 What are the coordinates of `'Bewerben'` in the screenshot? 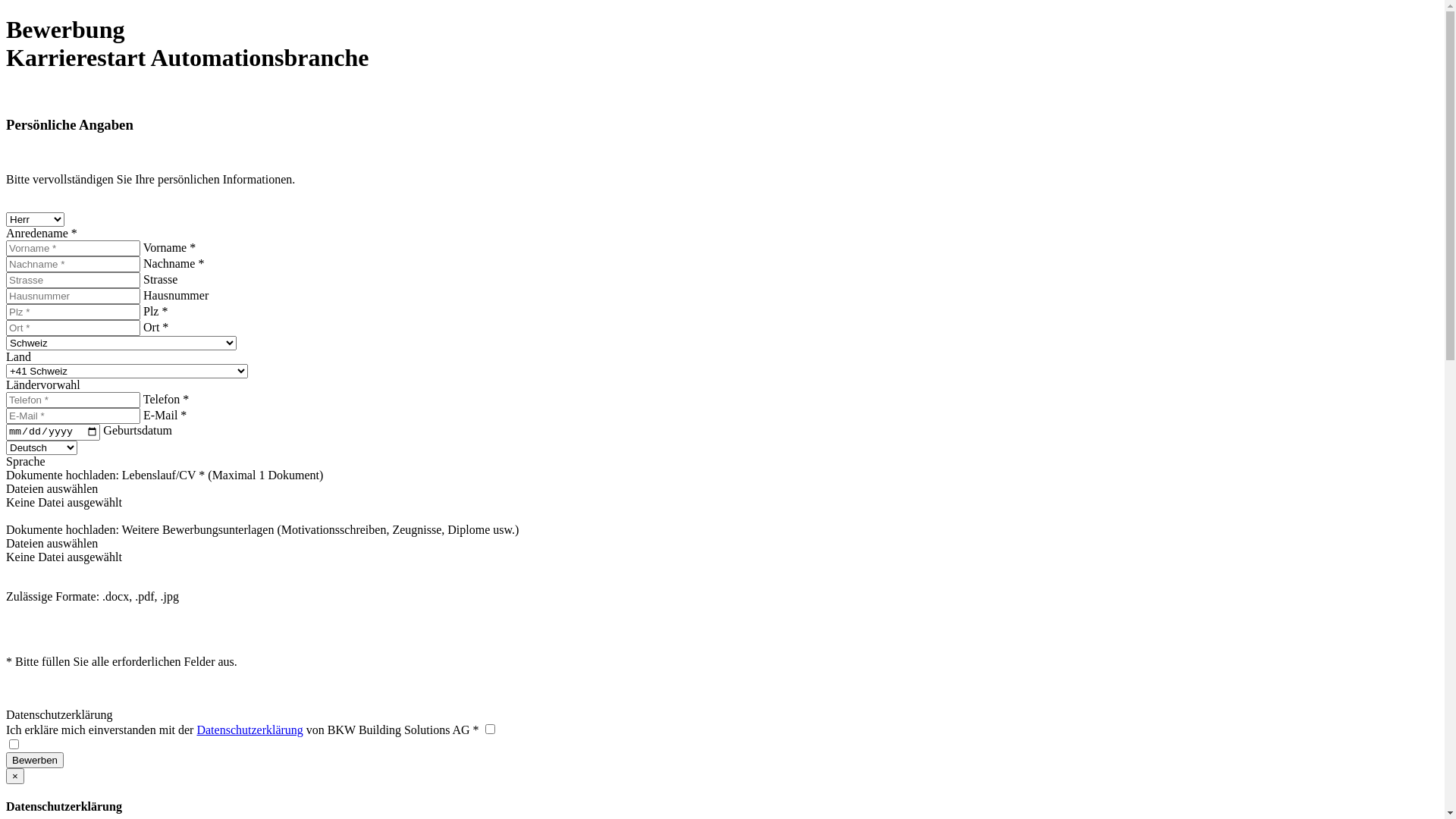 It's located at (35, 760).